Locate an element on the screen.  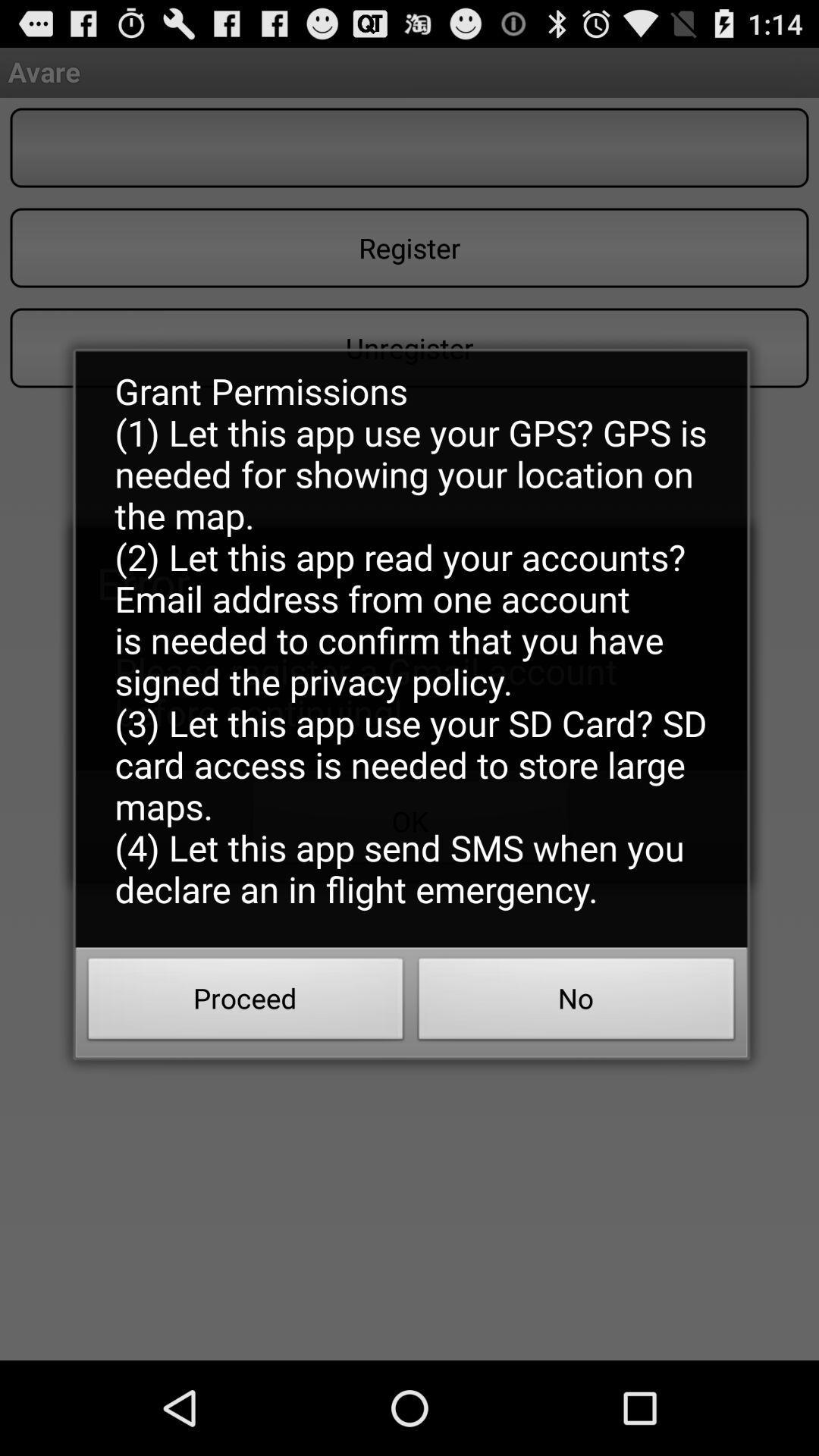
the no button is located at coordinates (576, 1003).